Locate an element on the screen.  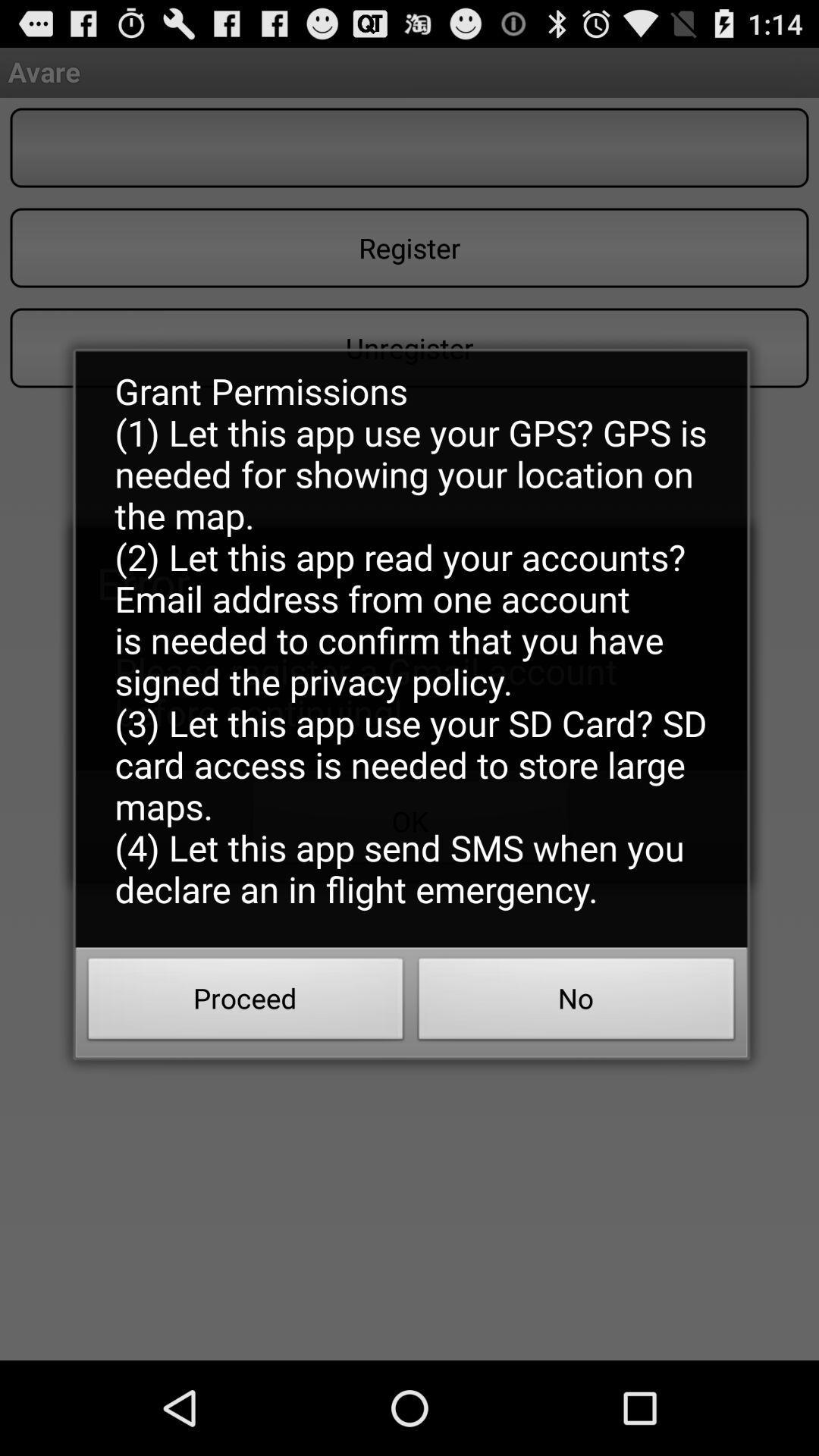
the no button is located at coordinates (576, 1003).